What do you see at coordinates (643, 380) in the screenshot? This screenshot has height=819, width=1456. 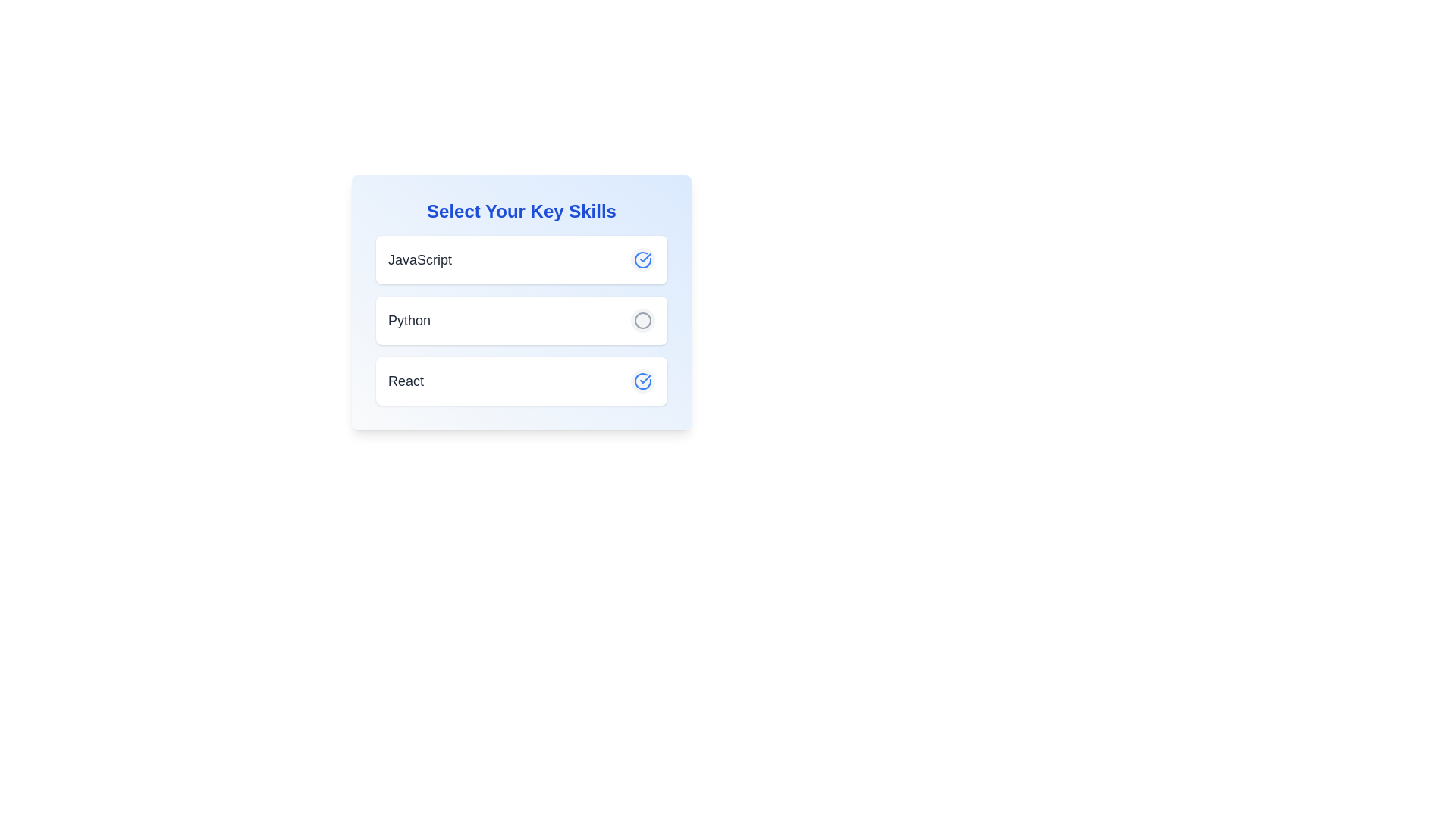 I see `the skill React by clicking its associated button` at bounding box center [643, 380].